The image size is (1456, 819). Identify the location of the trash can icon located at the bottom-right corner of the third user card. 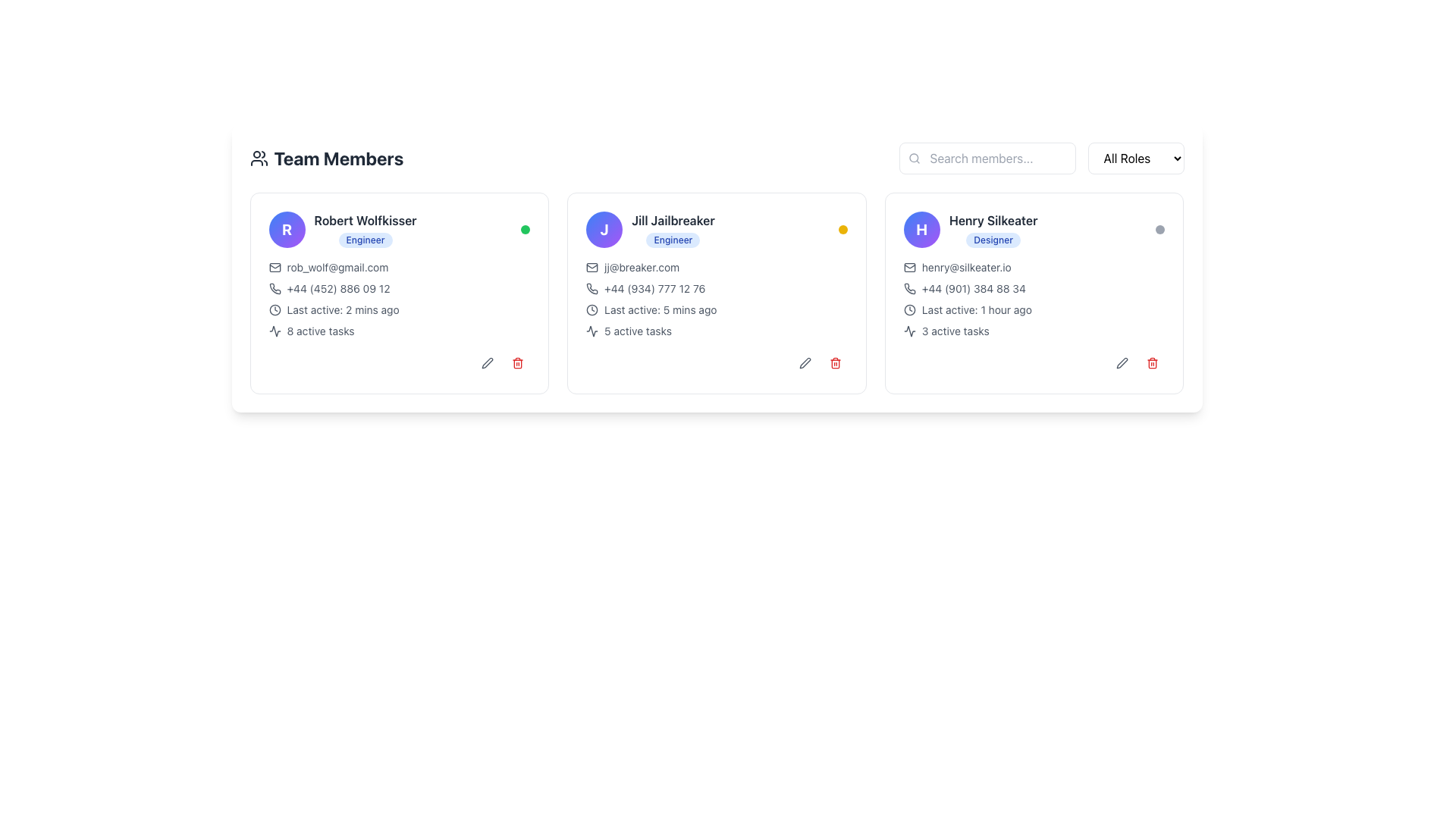
(1153, 362).